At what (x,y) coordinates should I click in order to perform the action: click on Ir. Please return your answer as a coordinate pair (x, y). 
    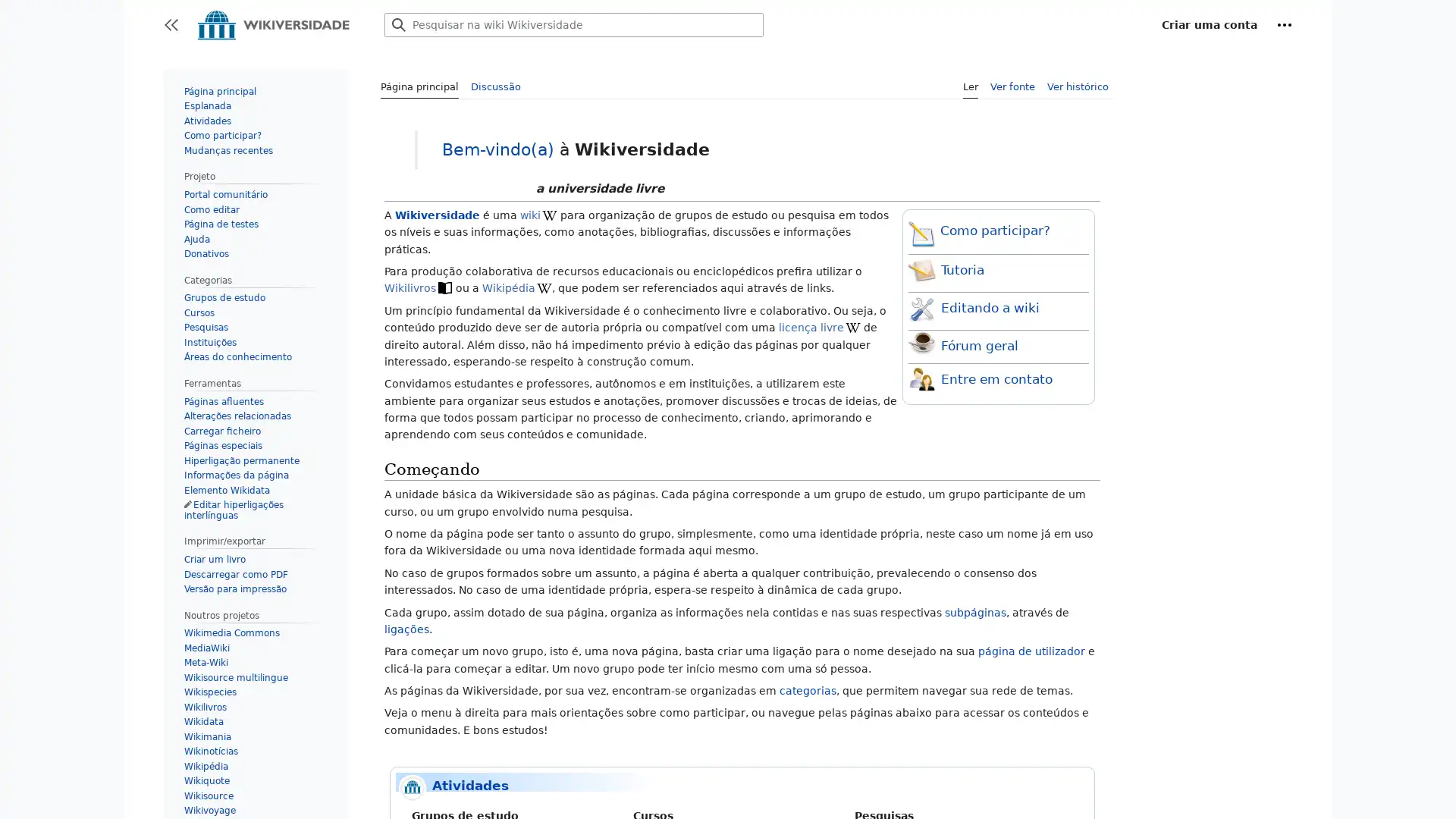
    Looking at the image, I should click on (399, 25).